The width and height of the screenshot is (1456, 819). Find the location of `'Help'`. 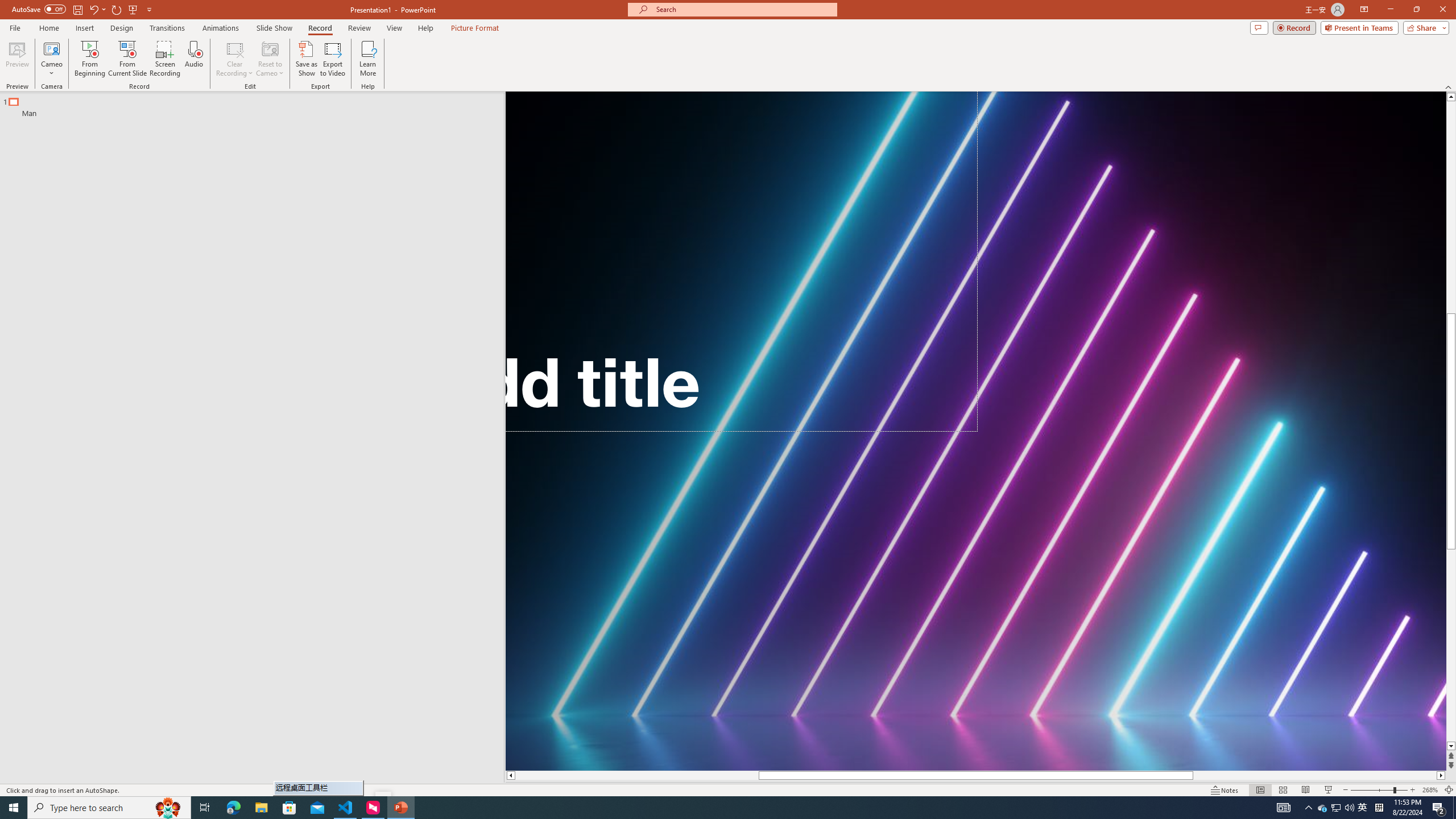

'Help' is located at coordinates (425, 28).